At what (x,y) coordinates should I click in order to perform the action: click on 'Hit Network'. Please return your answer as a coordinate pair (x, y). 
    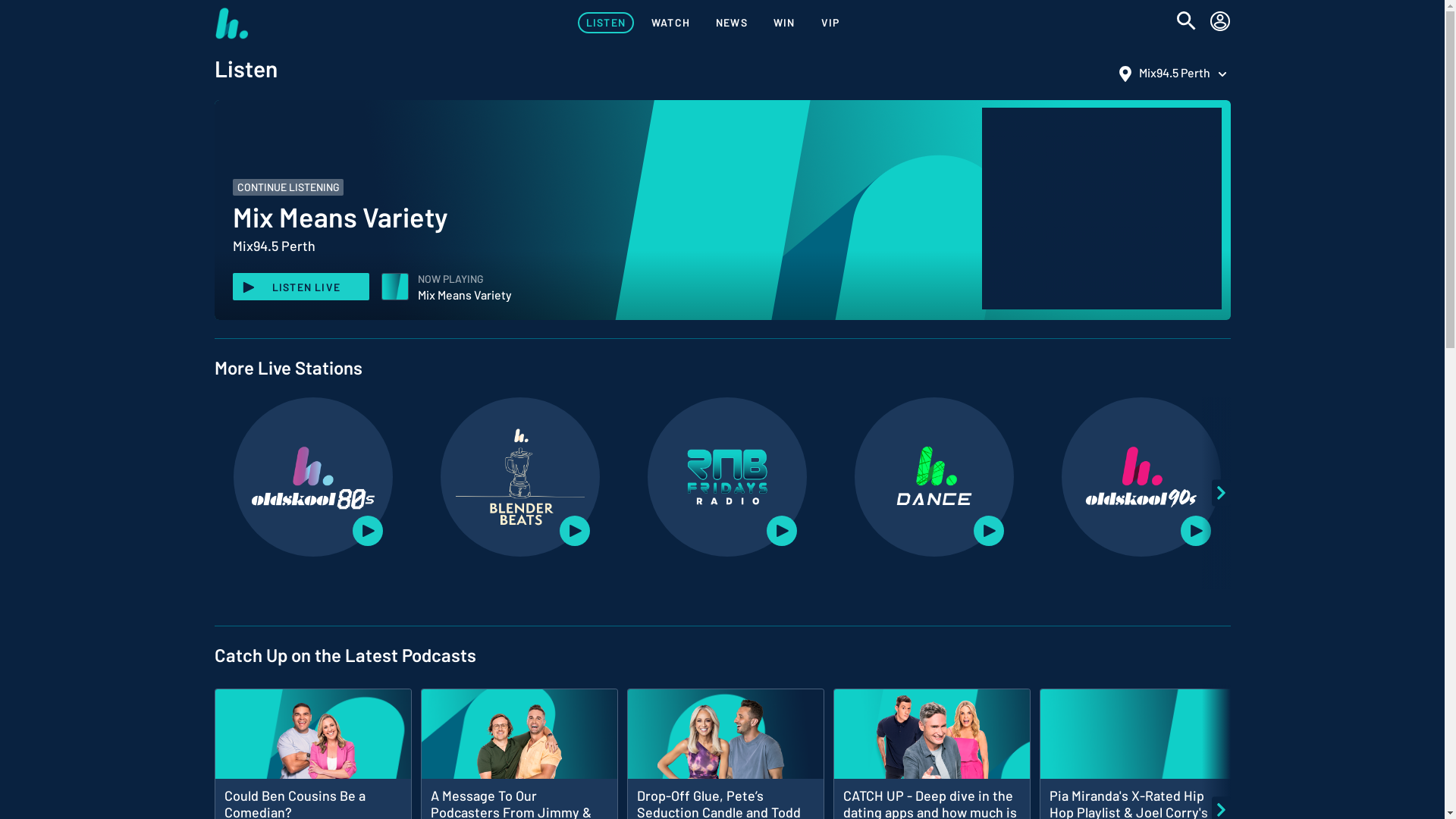
    Looking at the image, I should click on (230, 23).